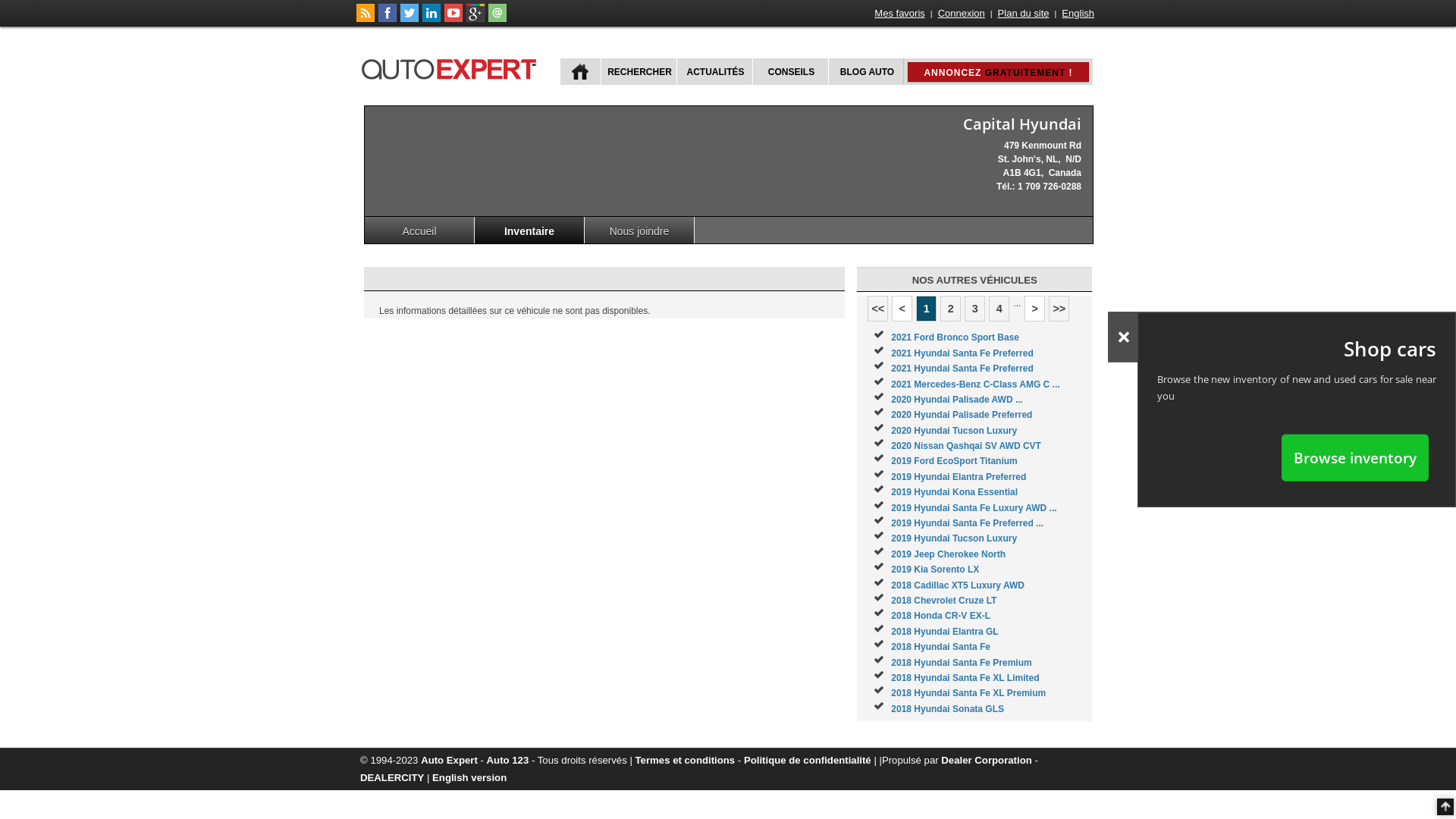 This screenshot has width=1456, height=819. Describe the element at coordinates (473, 230) in the screenshot. I see `'Inventaire'` at that location.